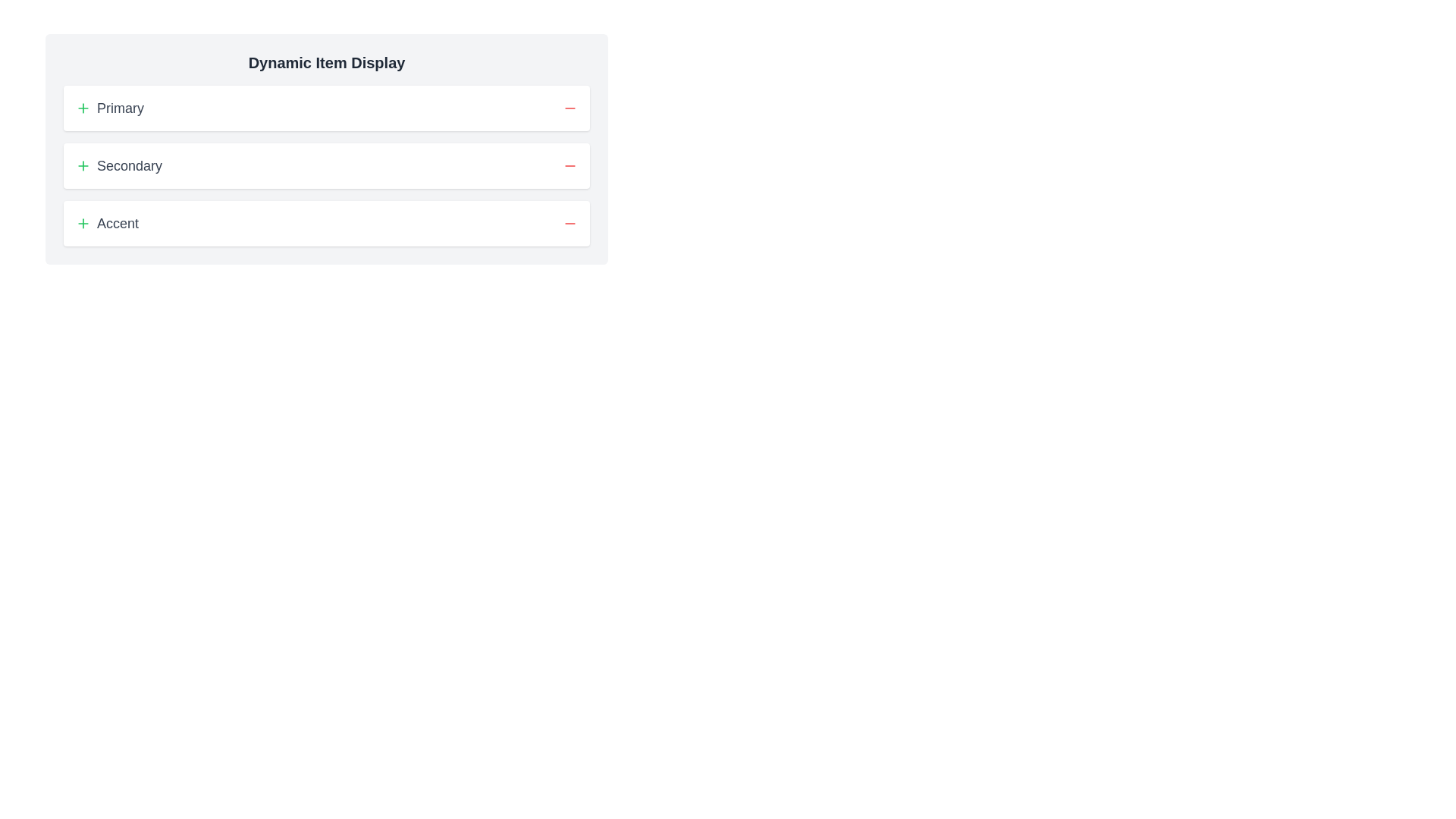 Image resolution: width=1456 pixels, height=819 pixels. Describe the element at coordinates (570, 166) in the screenshot. I see `the red minus icon button located at the far right of the 'Secondary' section for interaction feedback` at that location.